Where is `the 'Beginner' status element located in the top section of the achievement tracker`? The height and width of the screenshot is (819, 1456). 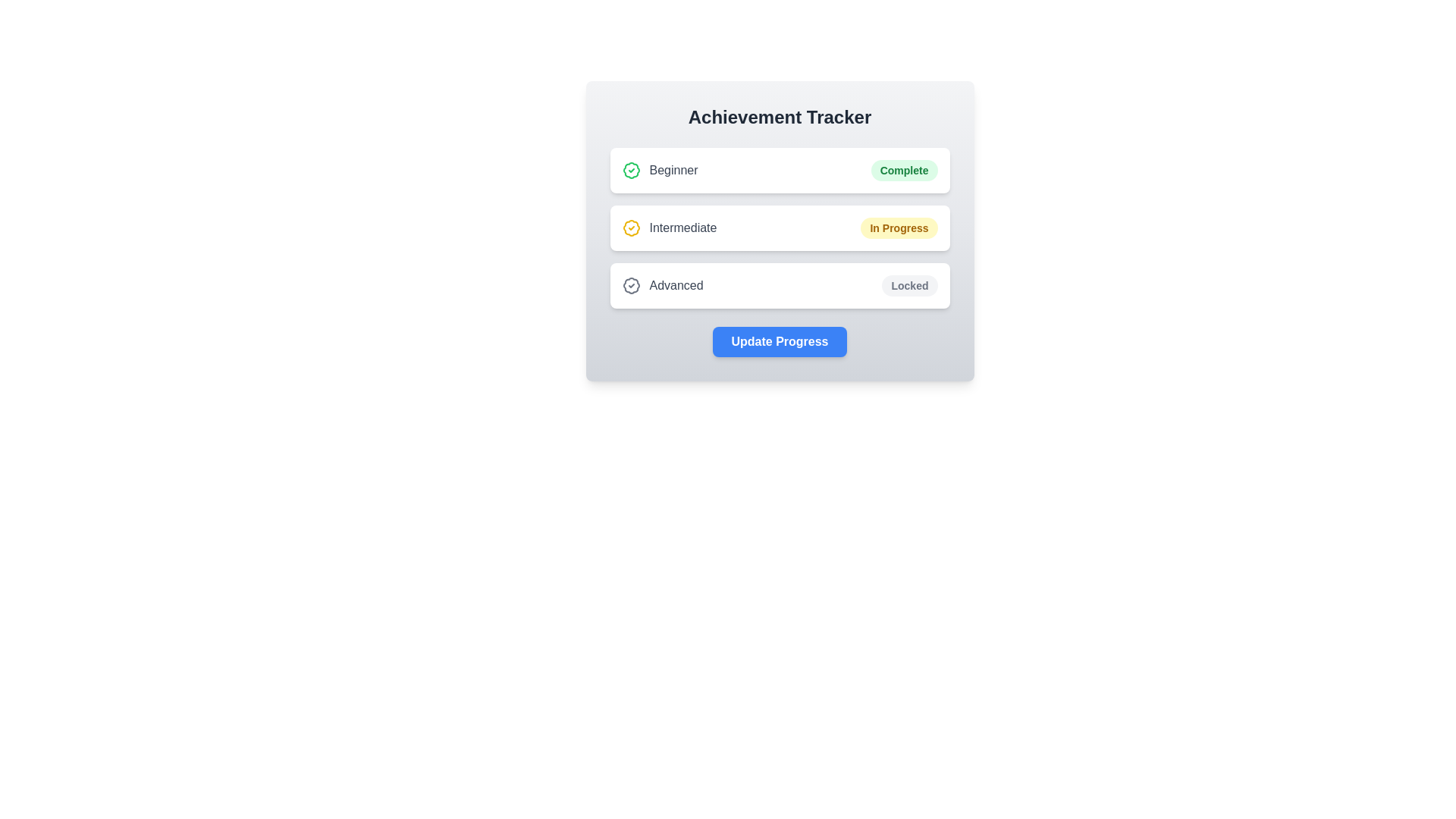 the 'Beginner' status element located in the top section of the achievement tracker is located at coordinates (660, 170).